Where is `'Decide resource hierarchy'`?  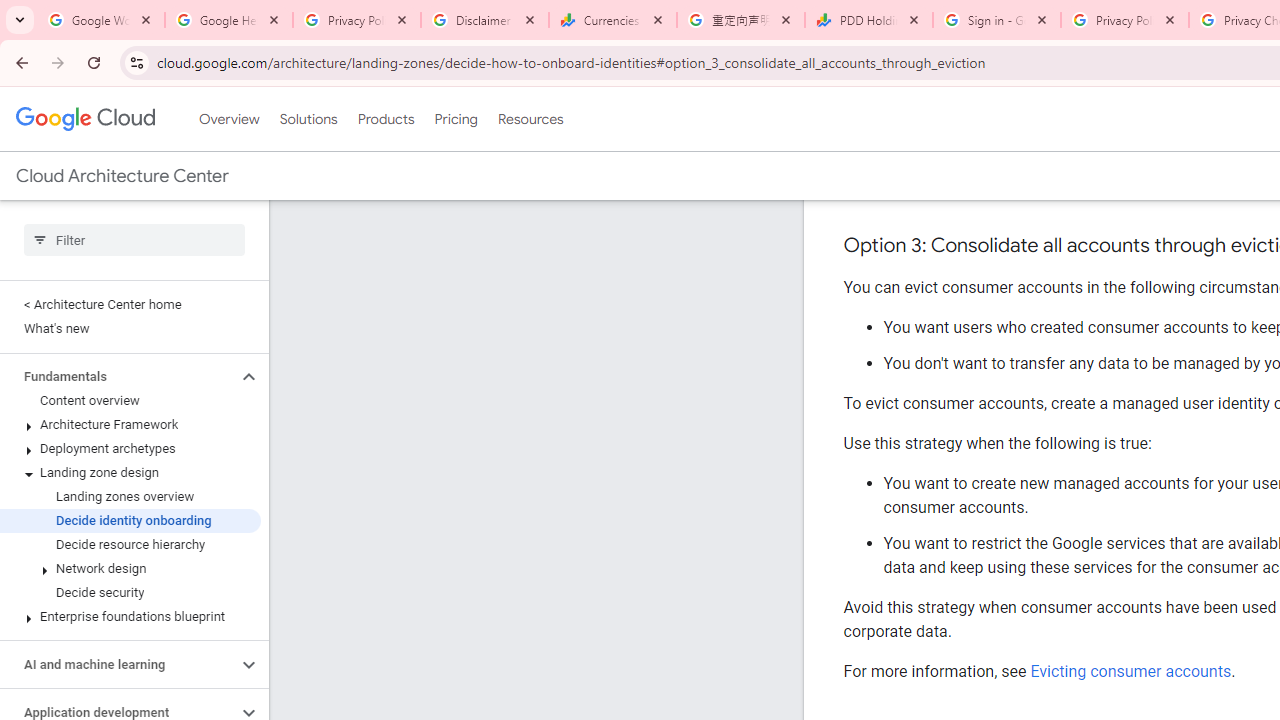 'Decide resource hierarchy' is located at coordinates (129, 545).